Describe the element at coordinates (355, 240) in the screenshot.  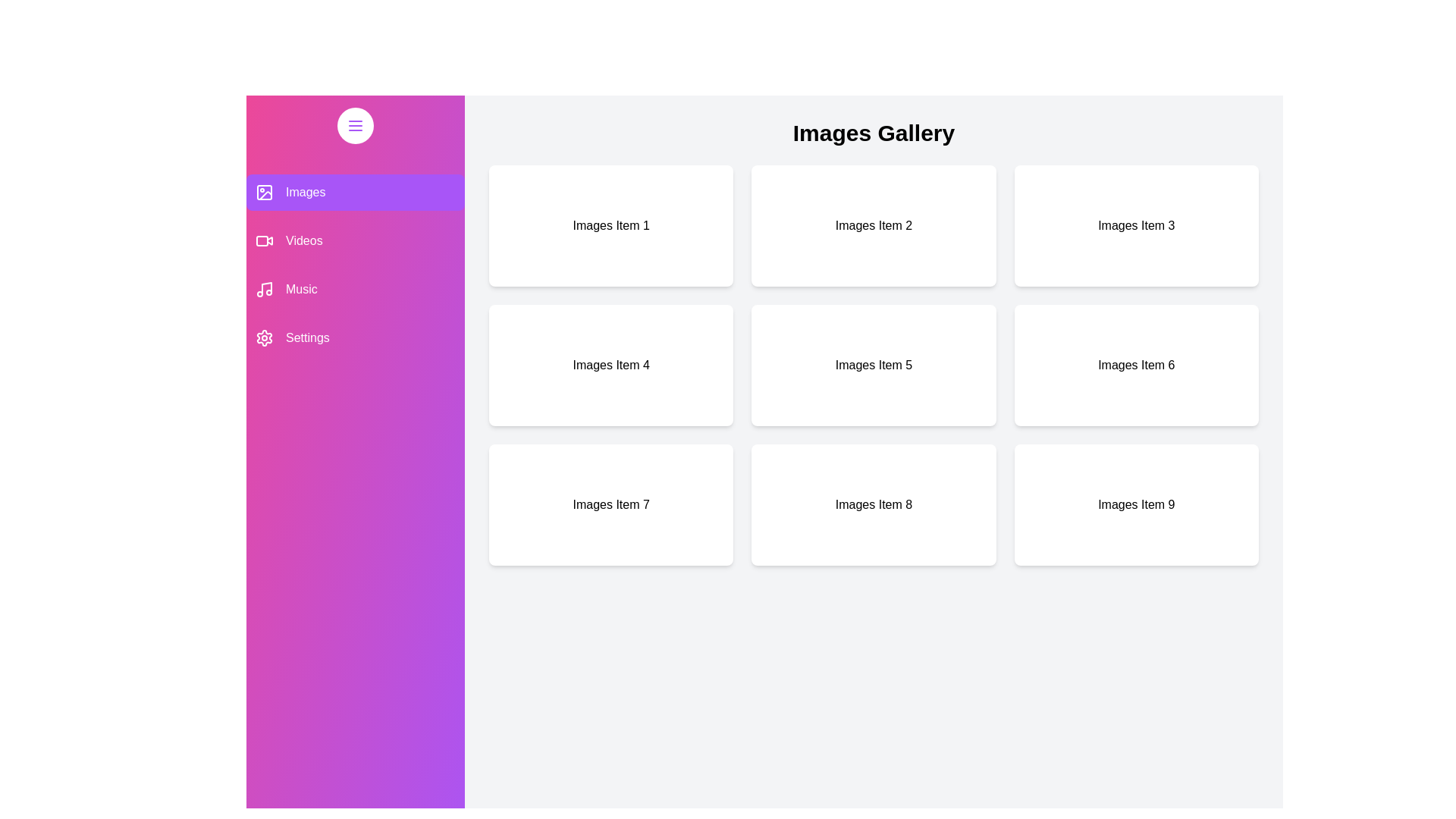
I see `the media category Videos from the sidebar` at that location.